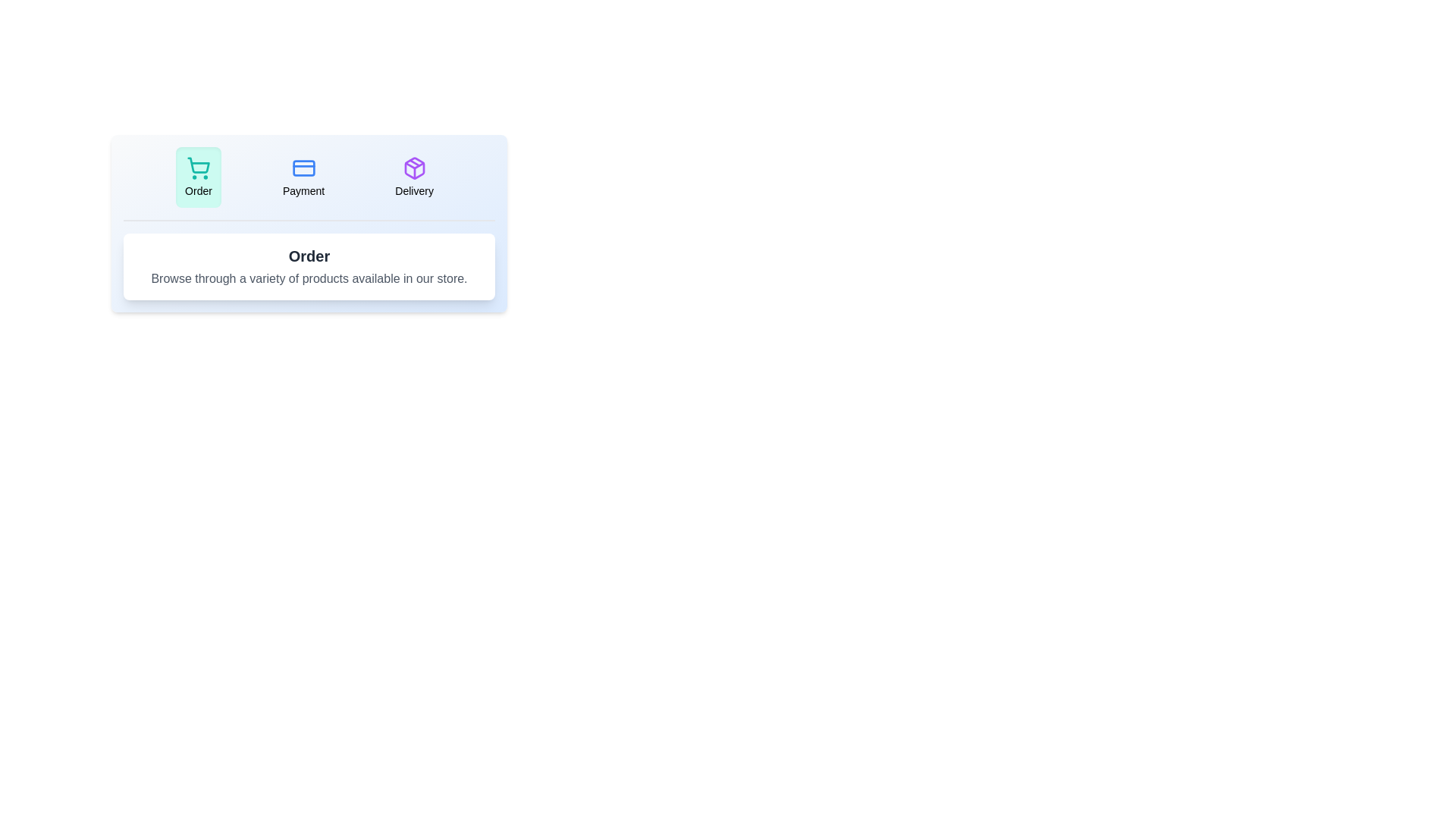 The image size is (1456, 819). Describe the element at coordinates (303, 177) in the screenshot. I see `the Payment tab by clicking on it` at that location.